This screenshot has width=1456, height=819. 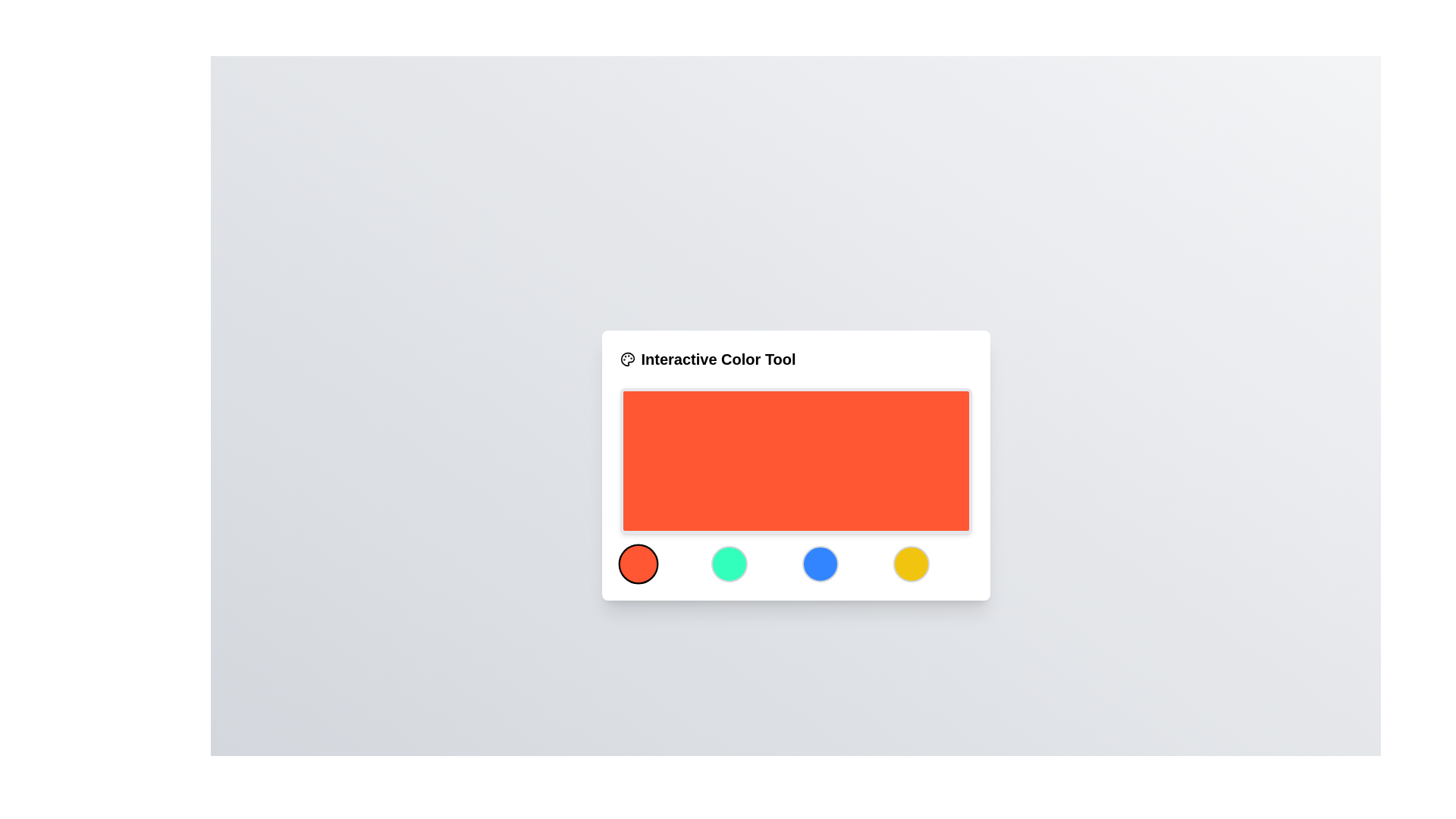 What do you see at coordinates (729, 564) in the screenshot?
I see `the second circular button in the interactive color selection tool` at bounding box center [729, 564].